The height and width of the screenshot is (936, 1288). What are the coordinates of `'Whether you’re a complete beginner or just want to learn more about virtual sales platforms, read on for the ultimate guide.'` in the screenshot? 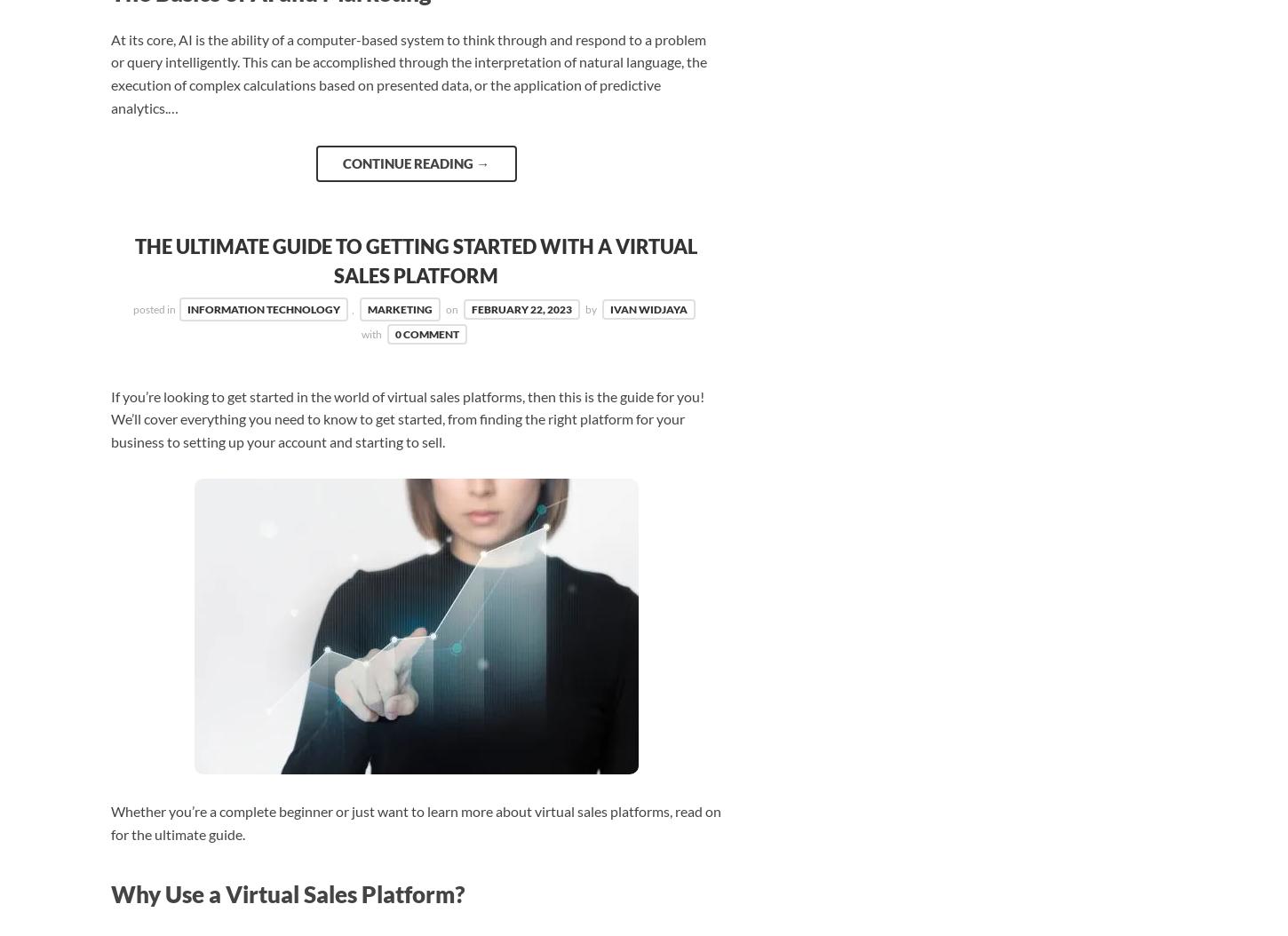 It's located at (415, 821).